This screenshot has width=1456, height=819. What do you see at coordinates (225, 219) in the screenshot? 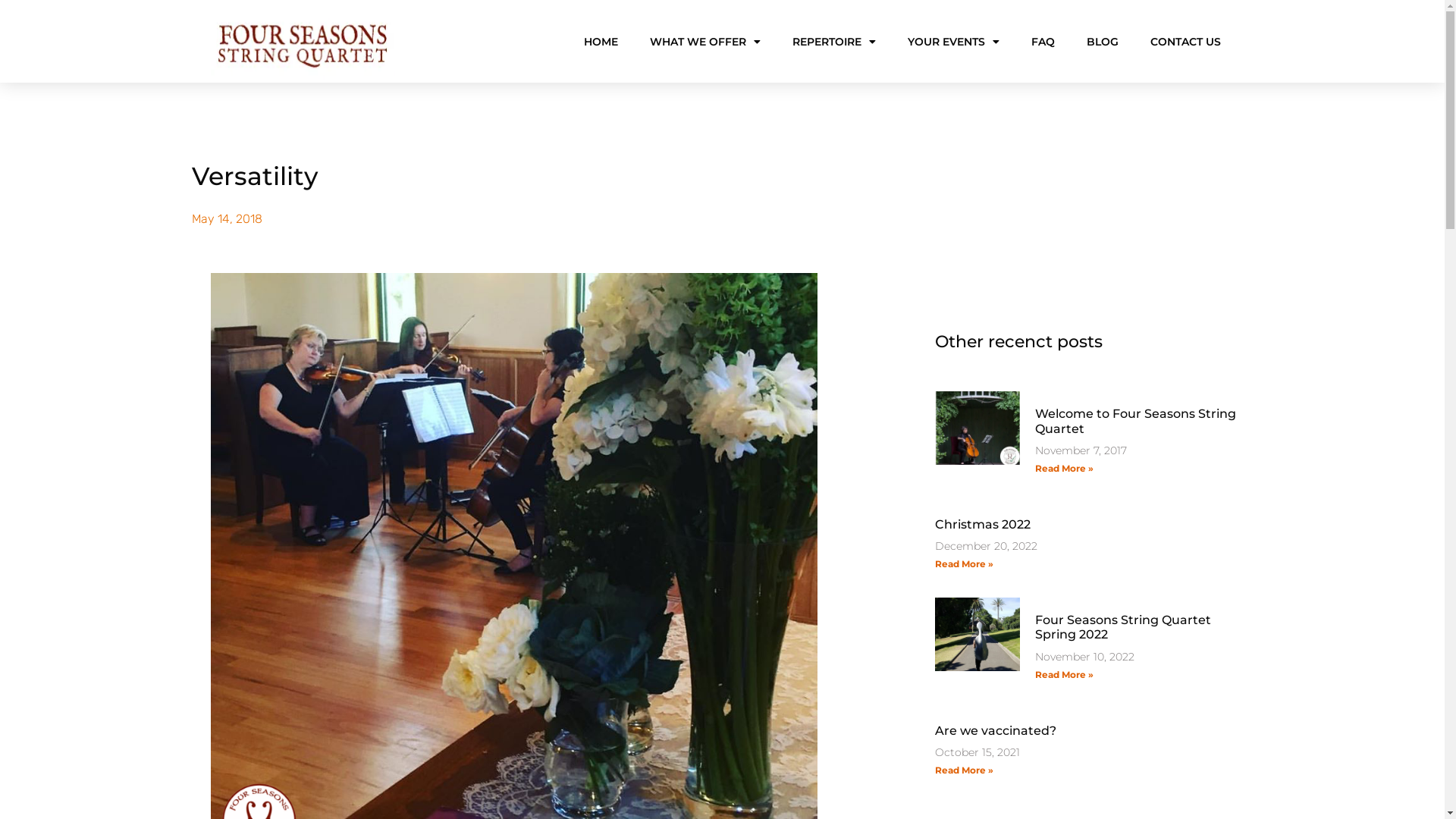
I see `'May 14, 2018'` at bounding box center [225, 219].